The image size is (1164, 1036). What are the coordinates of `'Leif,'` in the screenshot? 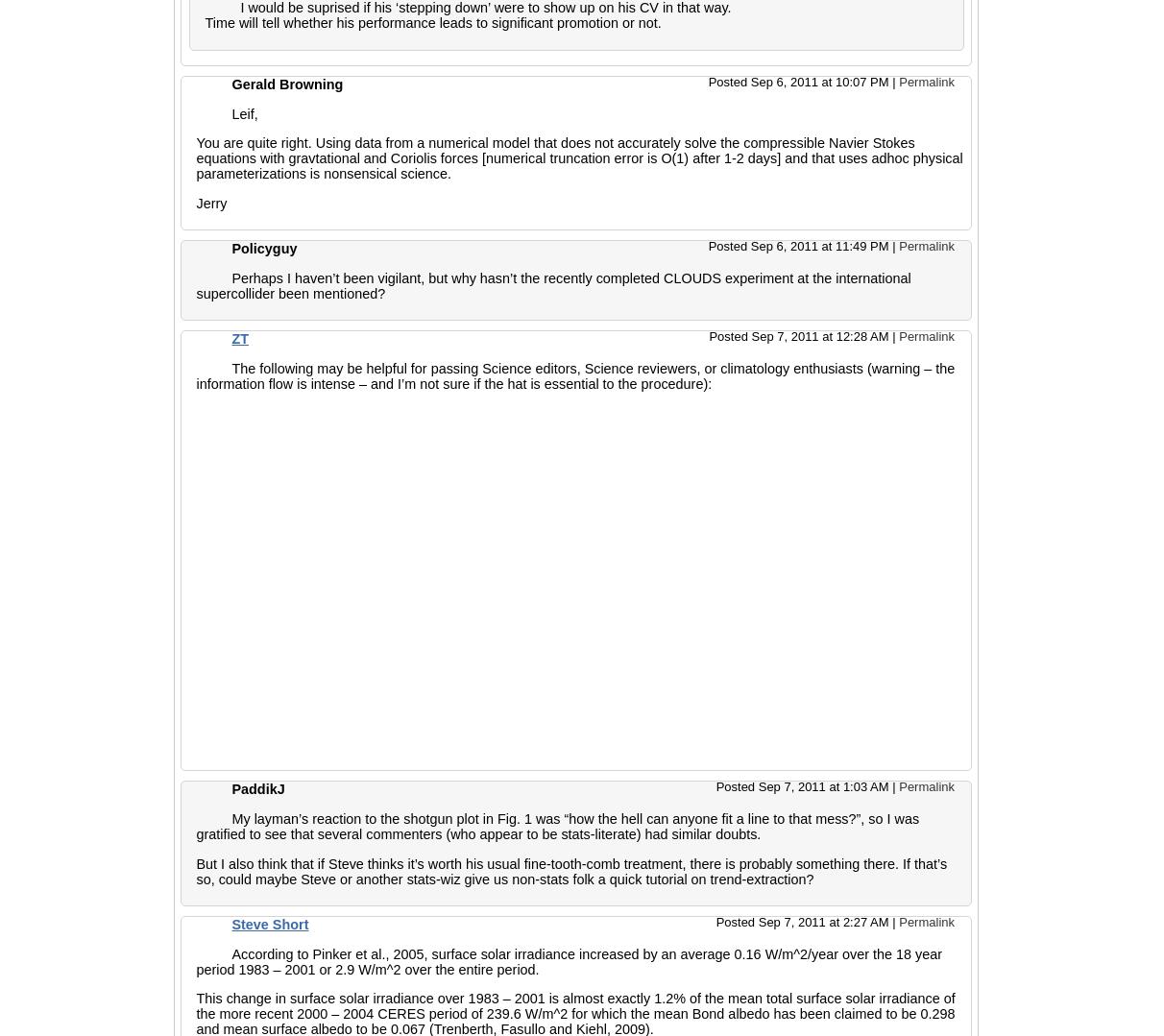 It's located at (230, 113).